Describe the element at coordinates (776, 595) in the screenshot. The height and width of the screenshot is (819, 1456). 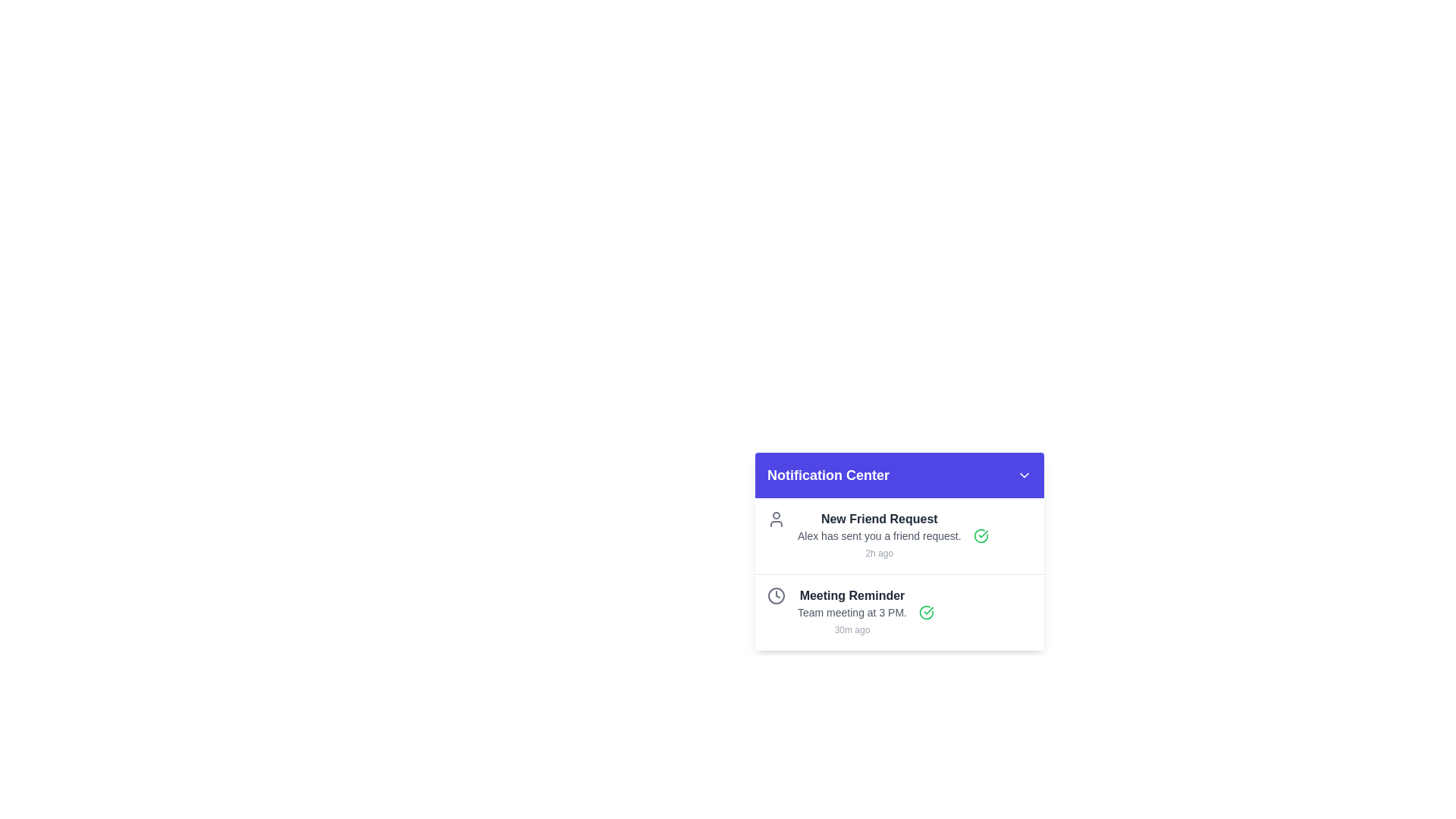
I see `the SVG Circle Element that forms the outline of the clock face in the 'Meeting Reminder' notification within the 'Notification Center'` at that location.